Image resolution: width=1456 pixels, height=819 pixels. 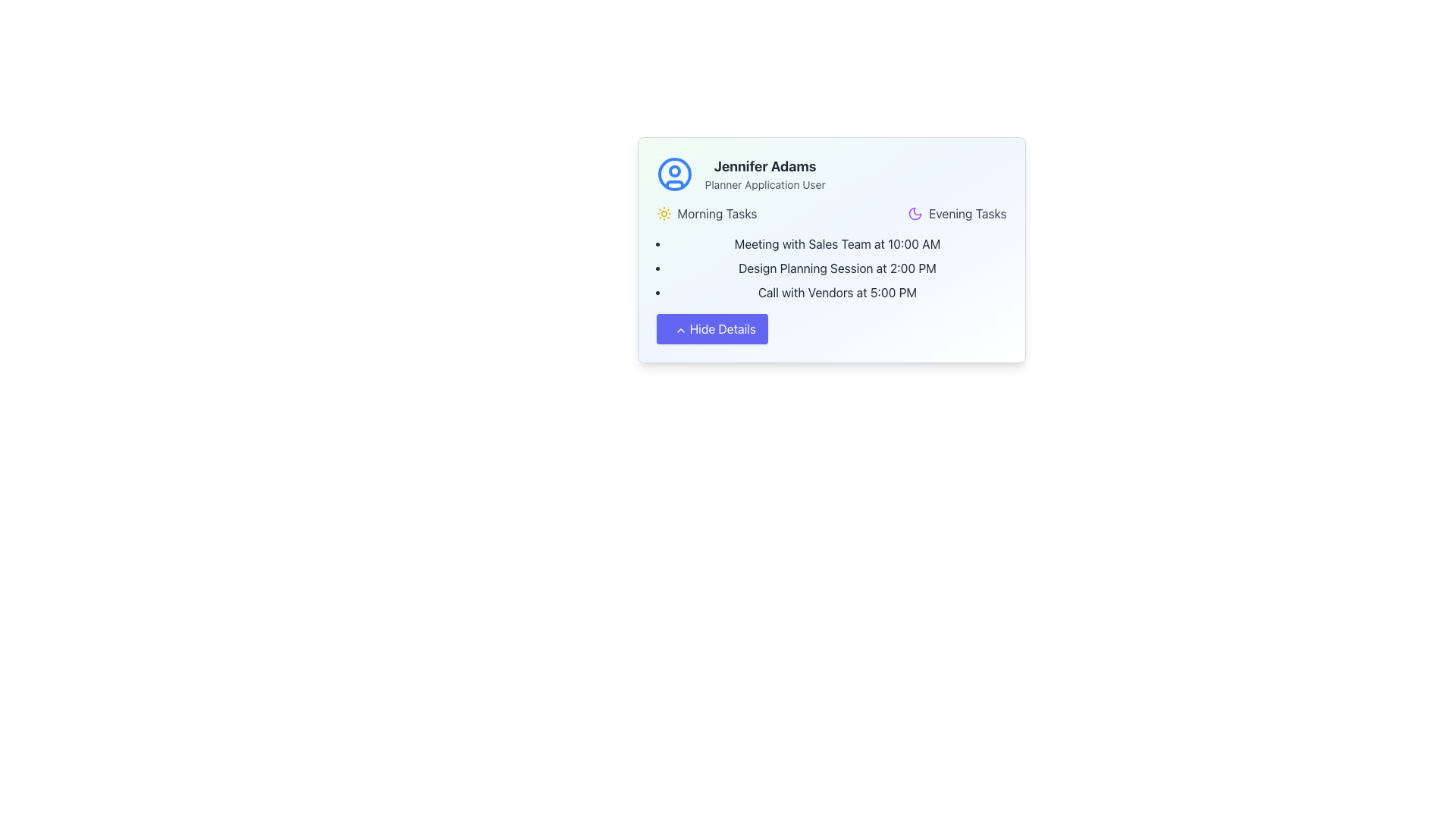 I want to click on the 'Morning Tasks' label located at the top-left of the card-like interface for navigation or selection, so click(x=705, y=213).